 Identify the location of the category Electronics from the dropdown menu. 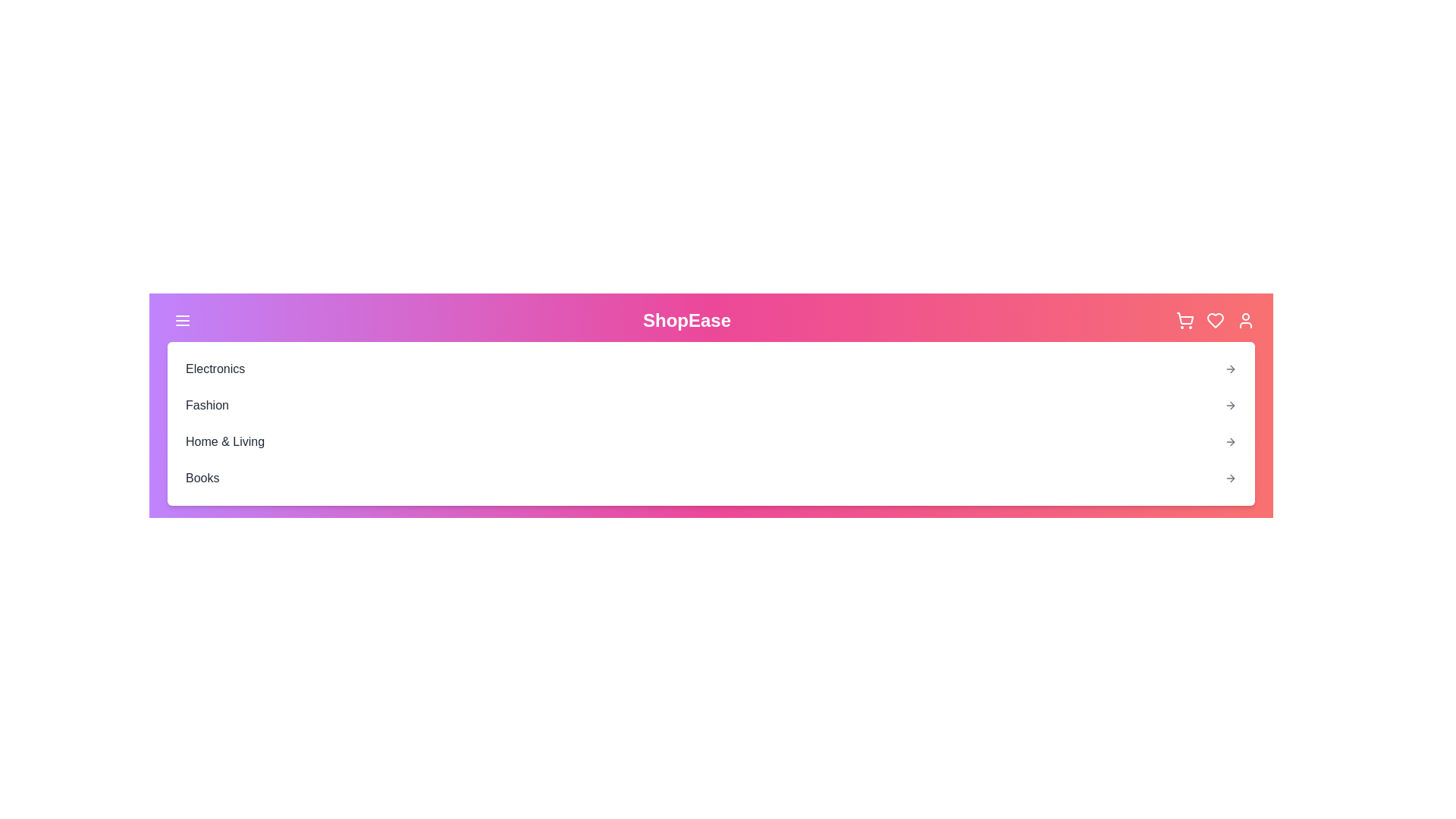
(214, 369).